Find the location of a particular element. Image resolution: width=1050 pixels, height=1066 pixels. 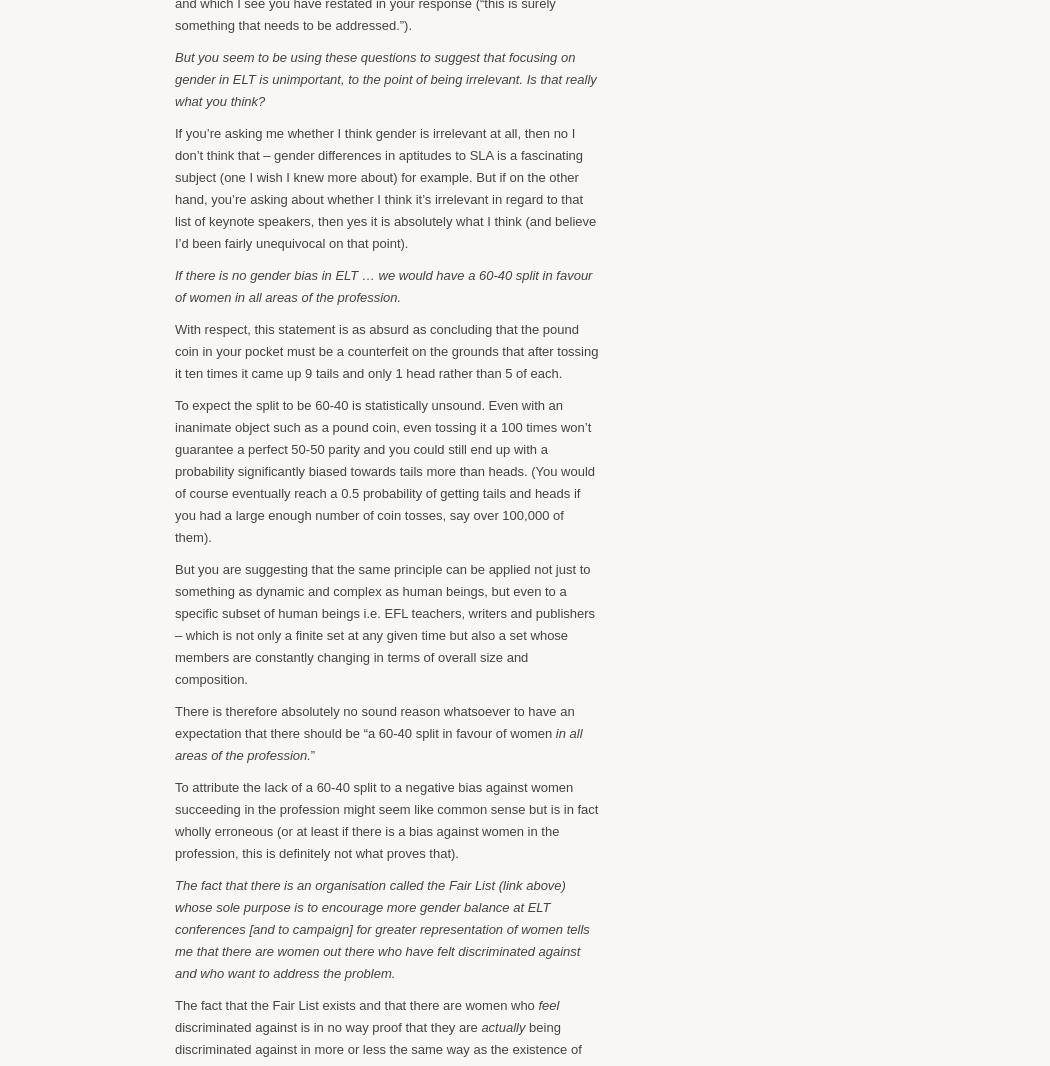

'If you’re asking me whether I think gender is irrelevant at all, then no I don’t think that – gender differences in aptitudes to SLA is a fascinating subject (one I wish I knew more about) for example. But if on the other hand, you’re asking about whether I think it’s irrelevant in regard to that list of keynote speakers, then yes it is absolutely what I think (and believe I’d been fairly unequivocal on that point).' is located at coordinates (385, 186).